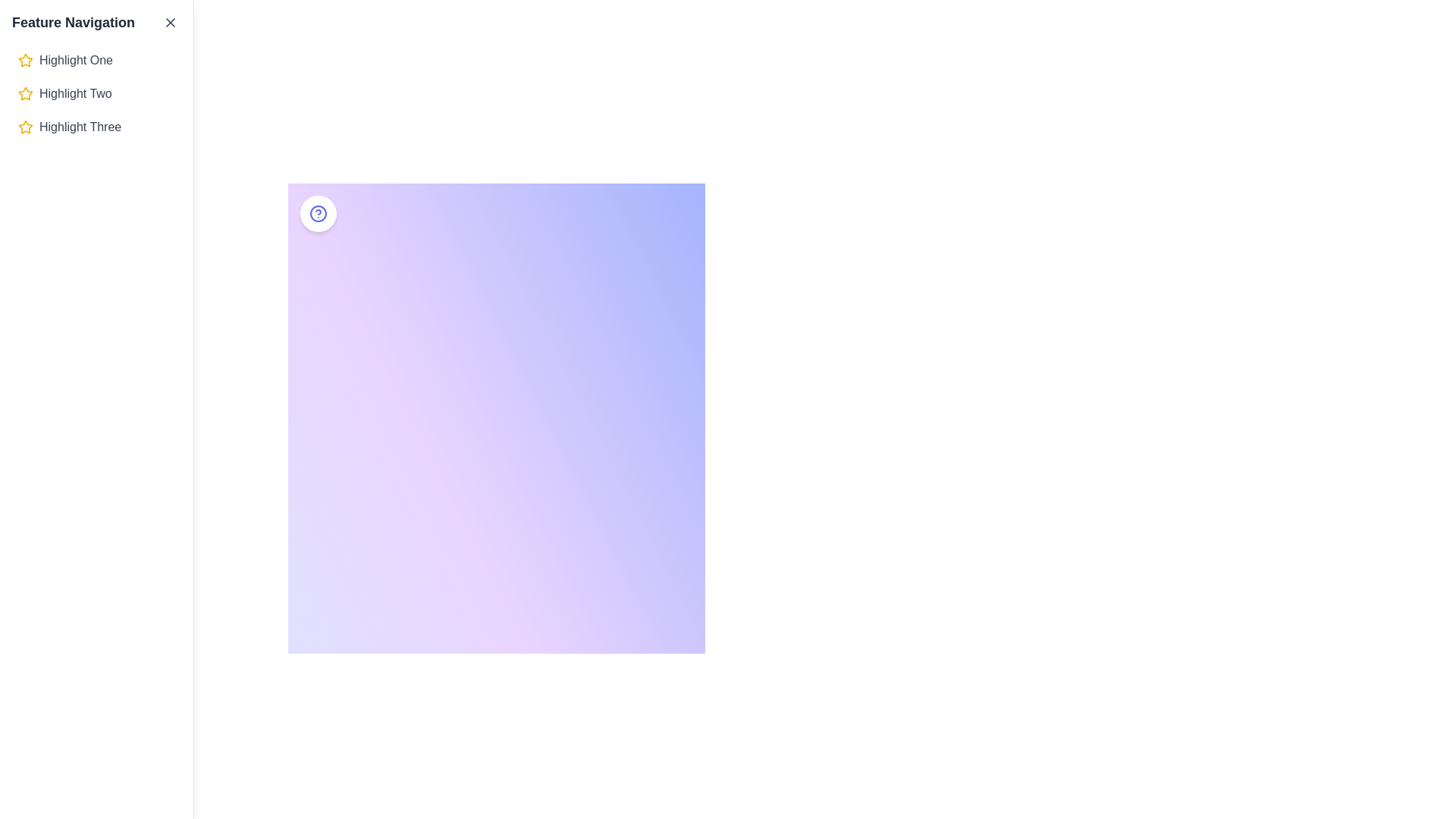  What do you see at coordinates (25, 60) in the screenshot?
I see `the star icon next to 'Highlight One'` at bounding box center [25, 60].